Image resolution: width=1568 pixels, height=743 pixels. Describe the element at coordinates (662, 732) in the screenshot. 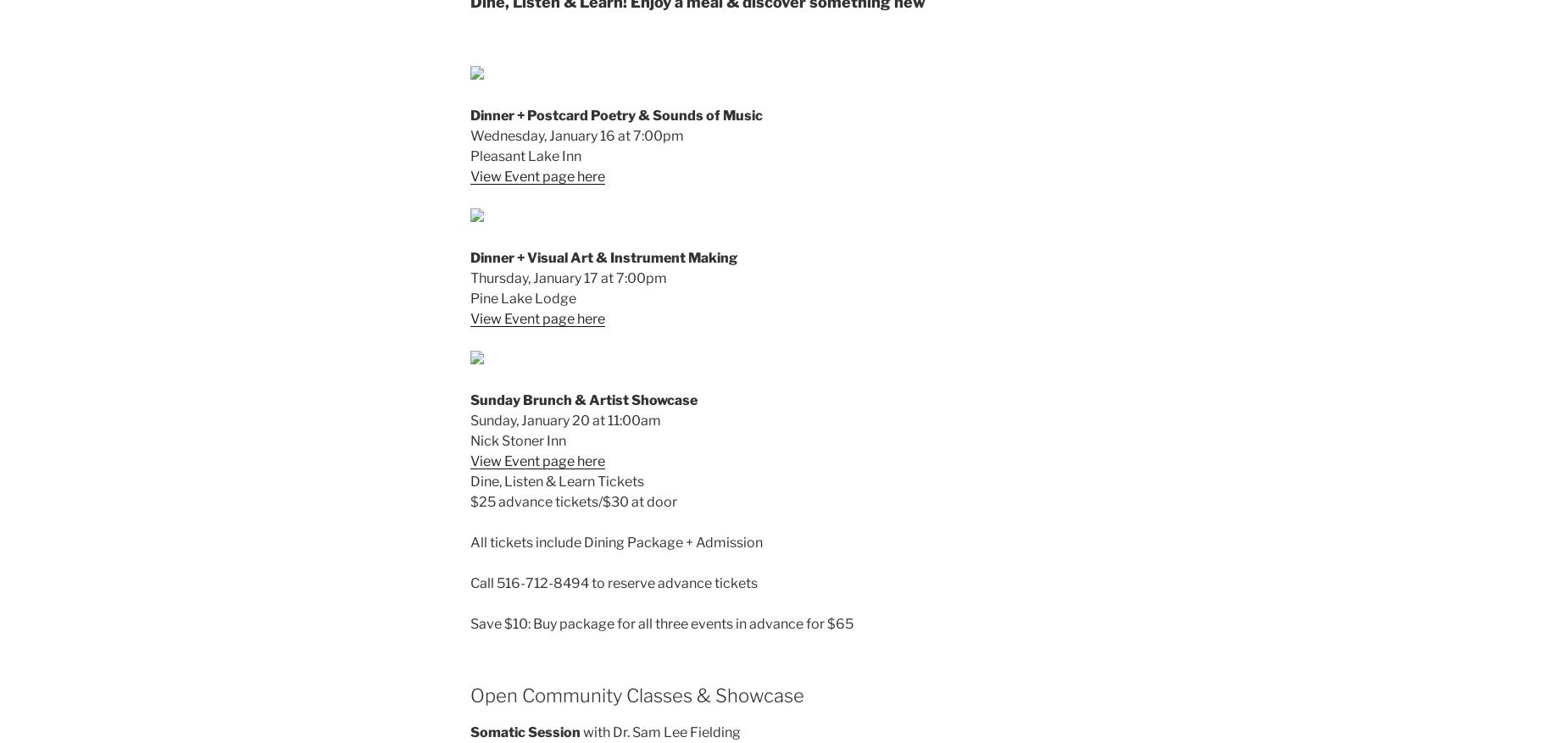

I see `'with Dr. Sam Lee Fielding'` at that location.